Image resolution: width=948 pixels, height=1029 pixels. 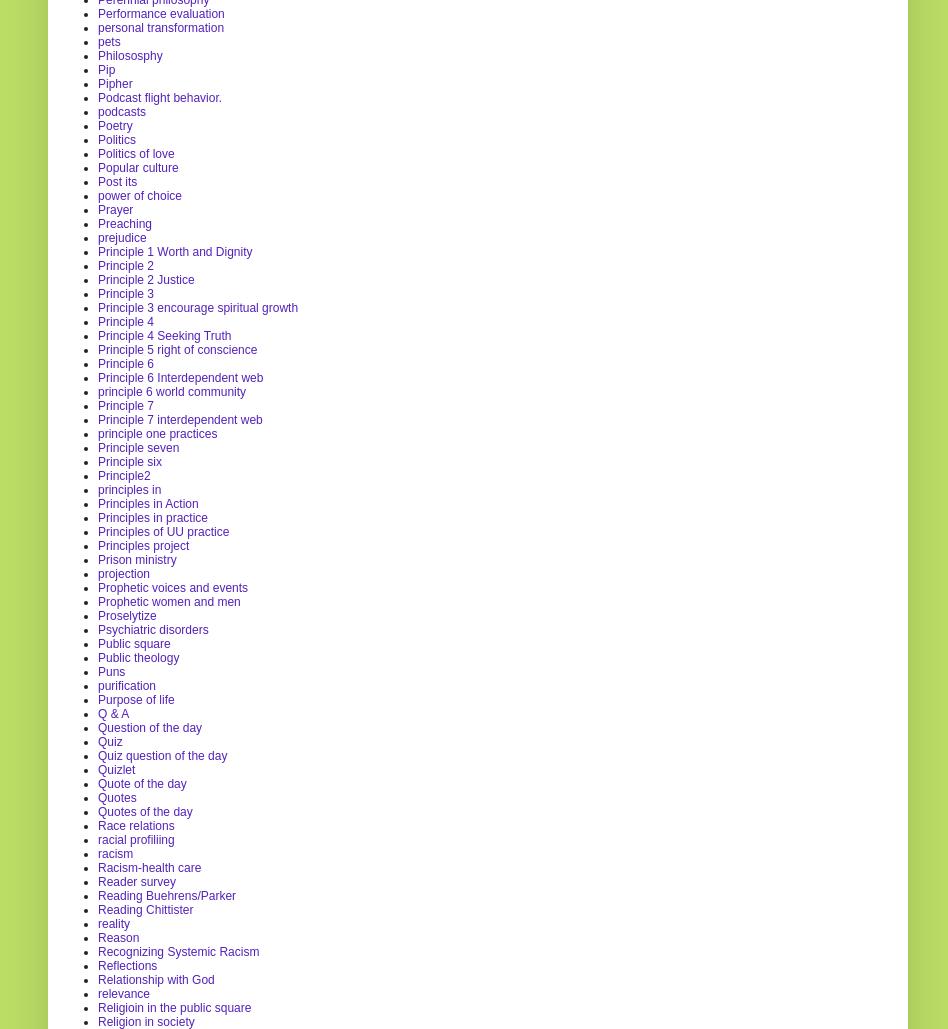 I want to click on 'Racism-health care', so click(x=98, y=866).